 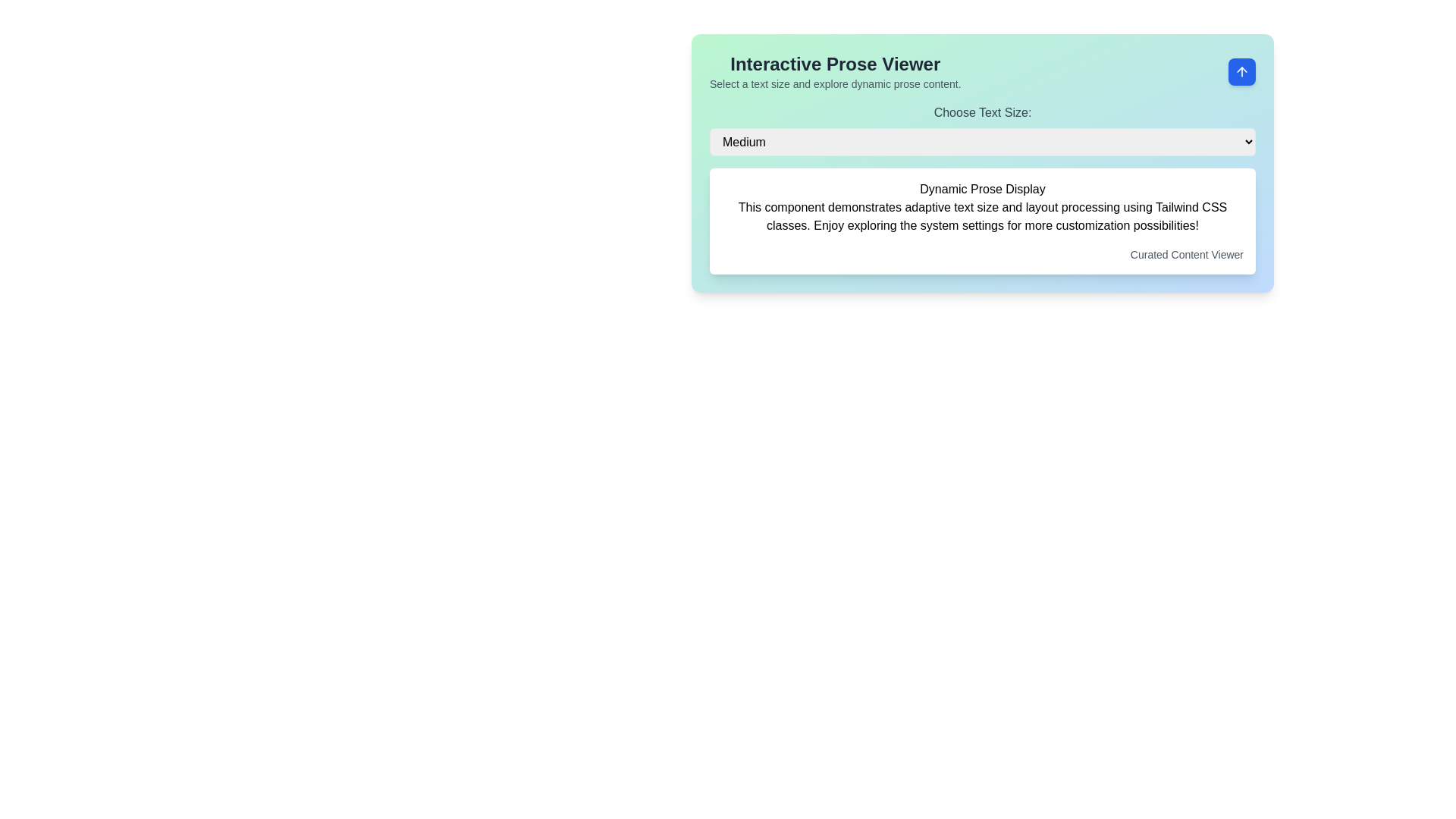 I want to click on the upward-facing arrow button located in the top-right section of the 'Interactive Prose Viewer', so click(x=1241, y=72).